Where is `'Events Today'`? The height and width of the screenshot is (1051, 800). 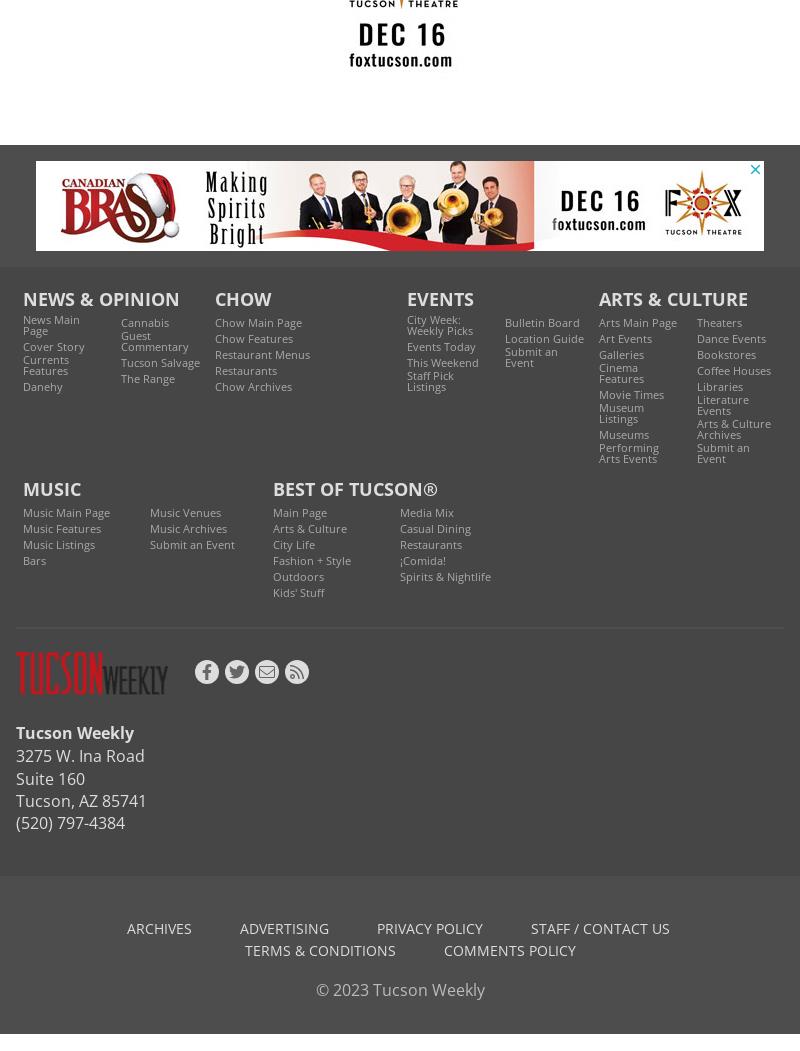
'Events Today' is located at coordinates (440, 346).